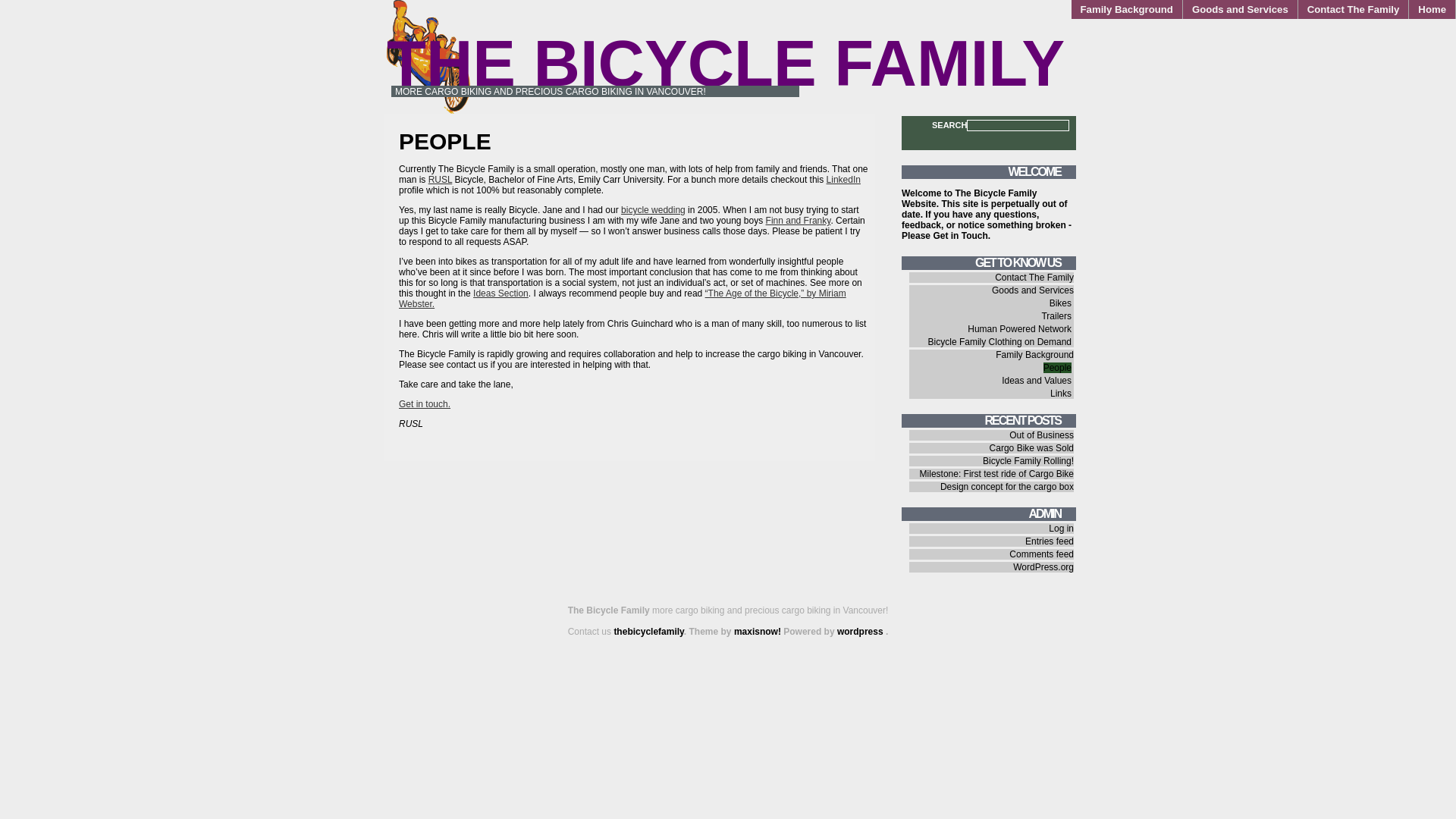  What do you see at coordinates (1059, 393) in the screenshot?
I see `'Links'` at bounding box center [1059, 393].